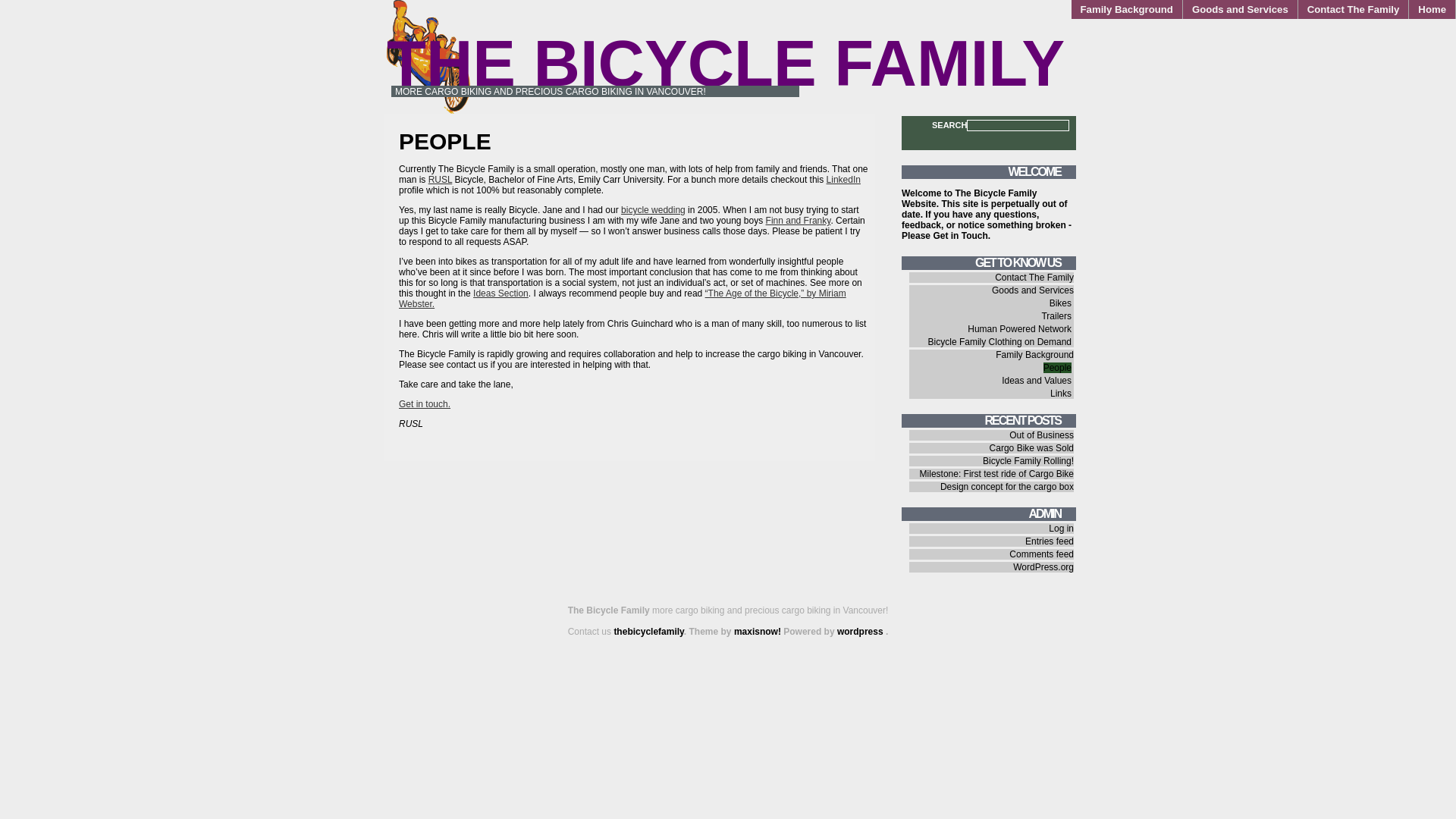  What do you see at coordinates (1059, 393) in the screenshot?
I see `'Links'` at bounding box center [1059, 393].